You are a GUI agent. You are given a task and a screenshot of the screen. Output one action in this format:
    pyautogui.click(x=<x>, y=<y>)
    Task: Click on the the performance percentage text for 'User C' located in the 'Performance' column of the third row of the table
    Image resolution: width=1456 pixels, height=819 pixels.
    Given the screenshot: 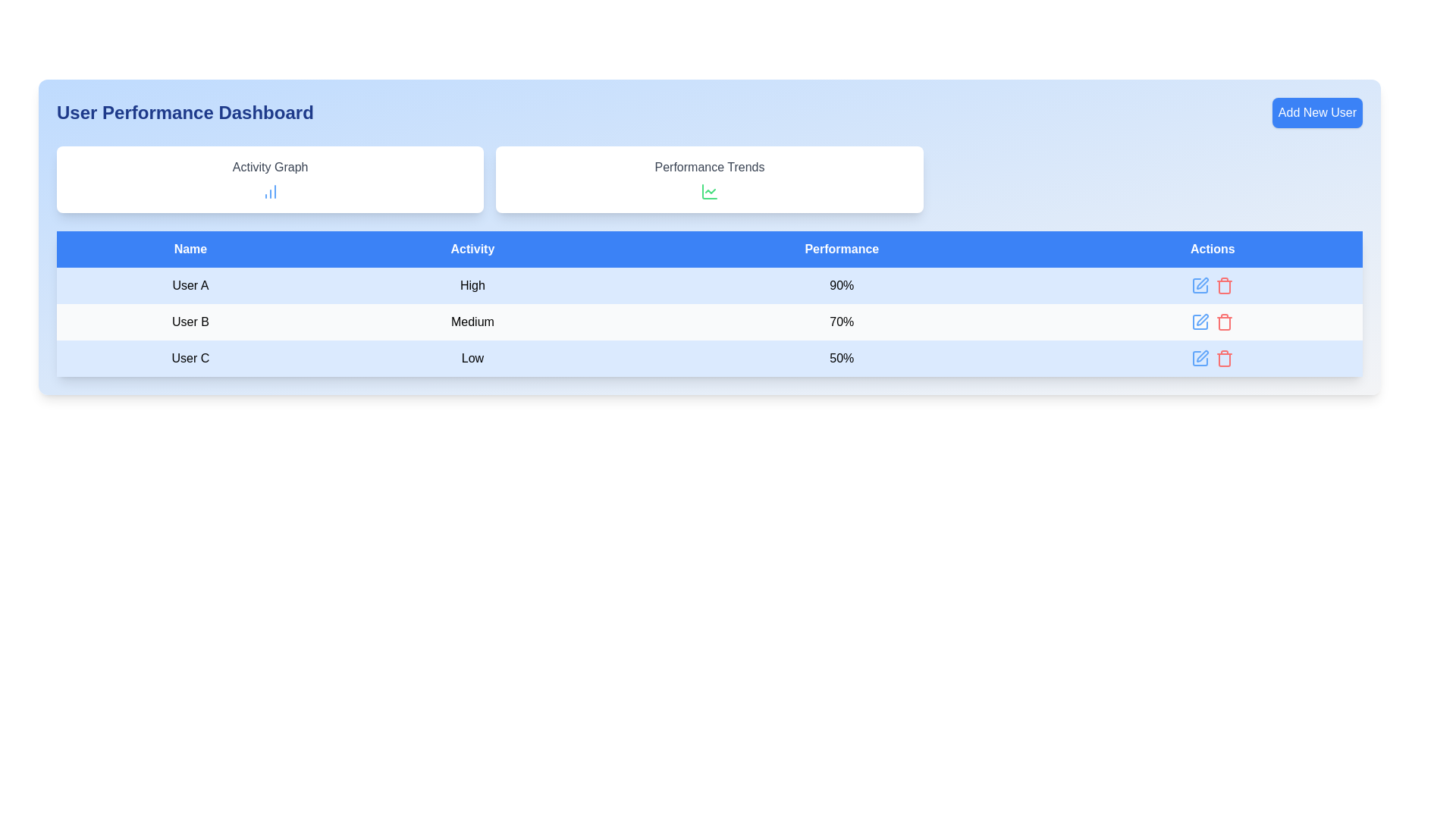 What is the action you would take?
    pyautogui.click(x=841, y=359)
    